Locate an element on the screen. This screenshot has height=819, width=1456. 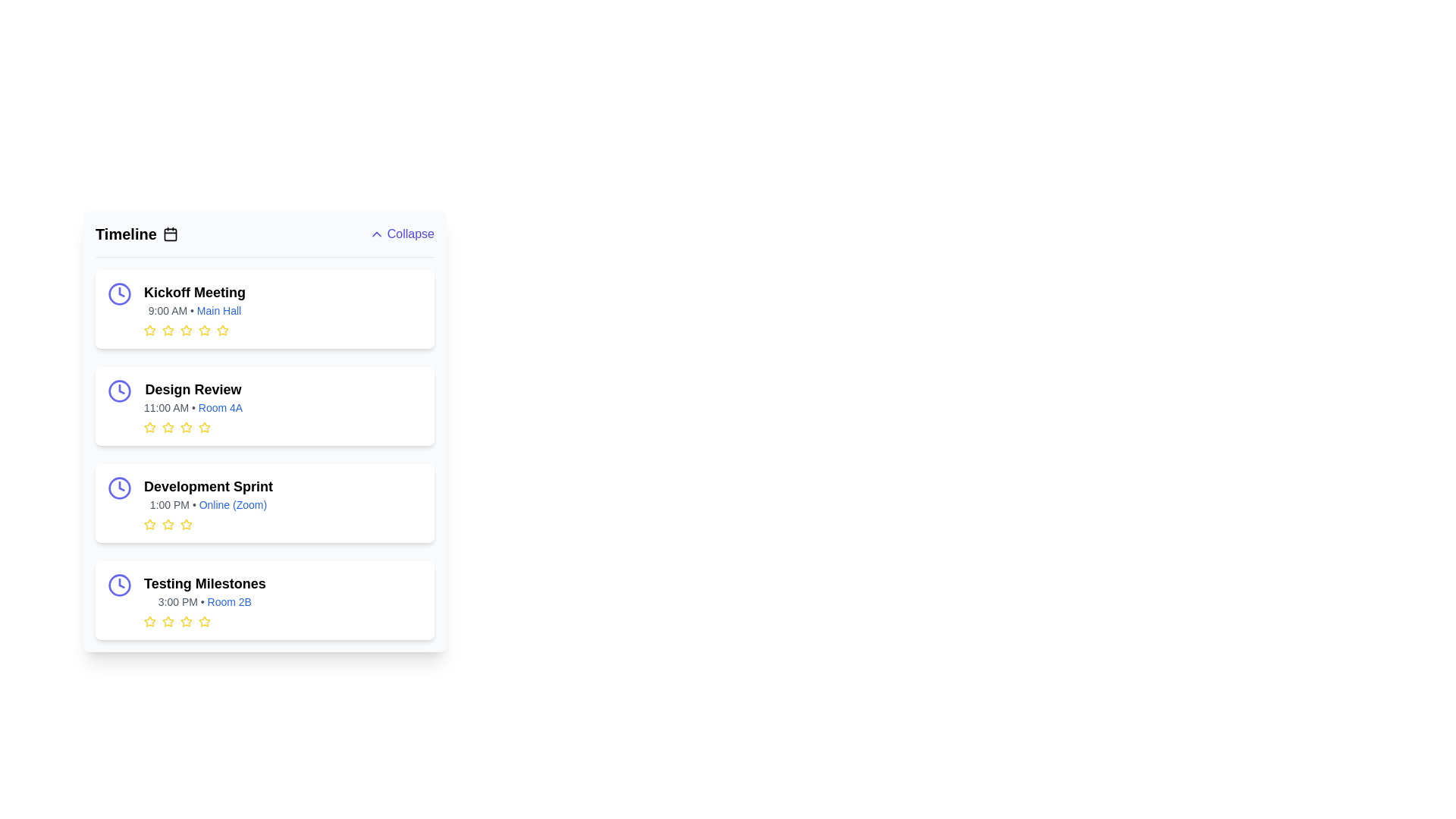
the fifth star-shaped icon with a yellow outline located below the 'Kickoff Meeting' section is located at coordinates (185, 329).